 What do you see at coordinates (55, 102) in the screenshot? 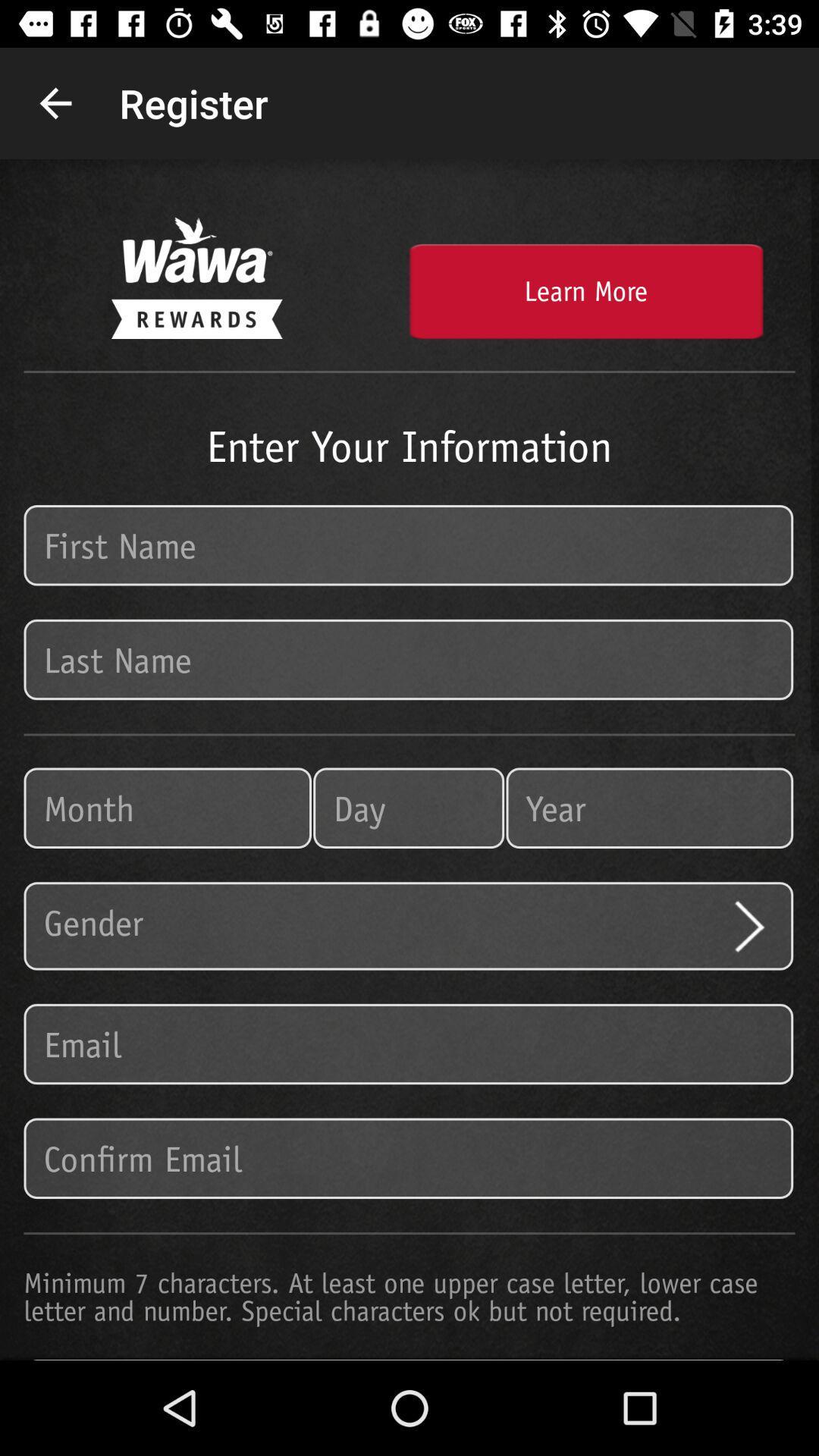
I see `icon next to the register item` at bounding box center [55, 102].